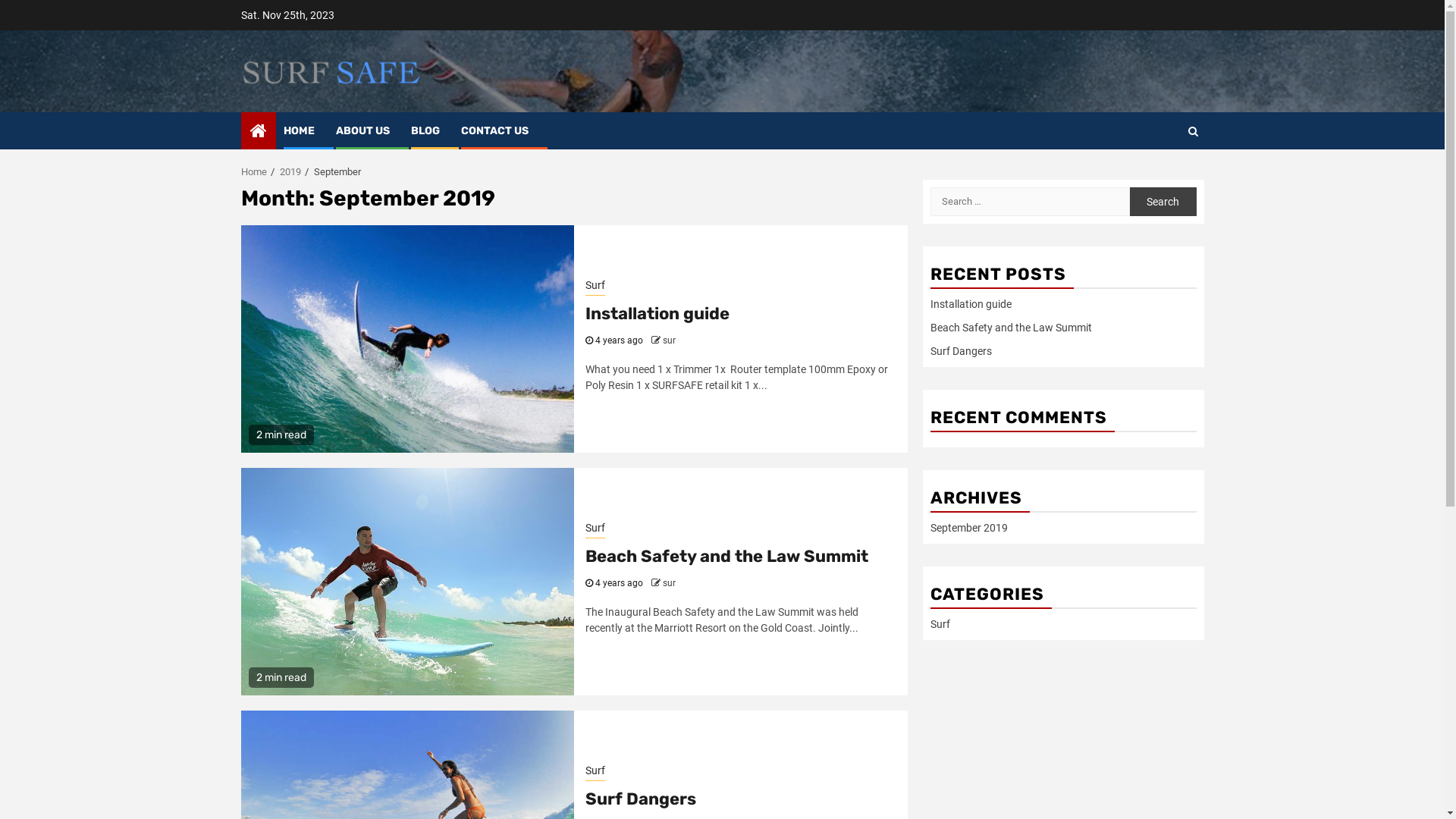 Image resolution: width=1456 pixels, height=819 pixels. What do you see at coordinates (494, 130) in the screenshot?
I see `'CONTACT US'` at bounding box center [494, 130].